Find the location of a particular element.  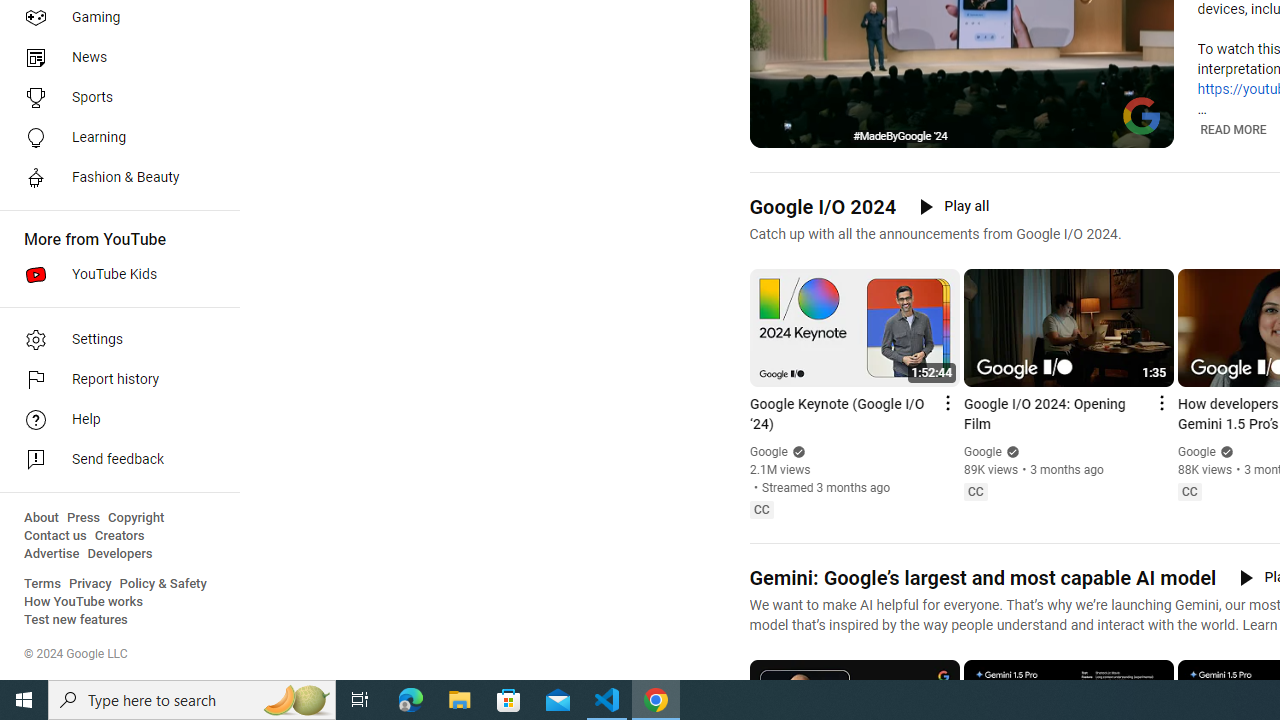

'Fashion & Beauty' is located at coordinates (112, 176).